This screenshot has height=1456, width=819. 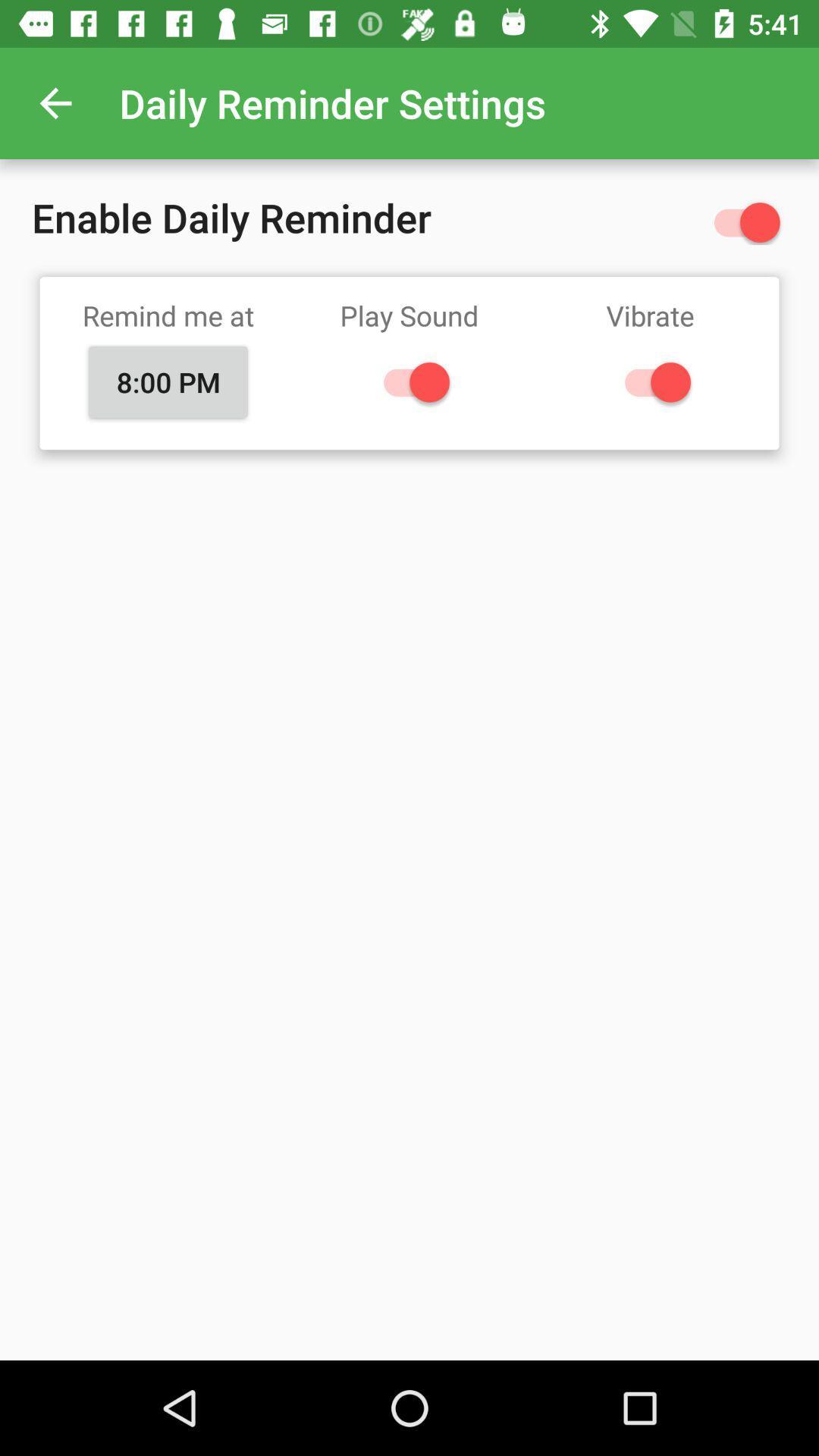 I want to click on the icon to the left of daily reminder settings, so click(x=55, y=102).